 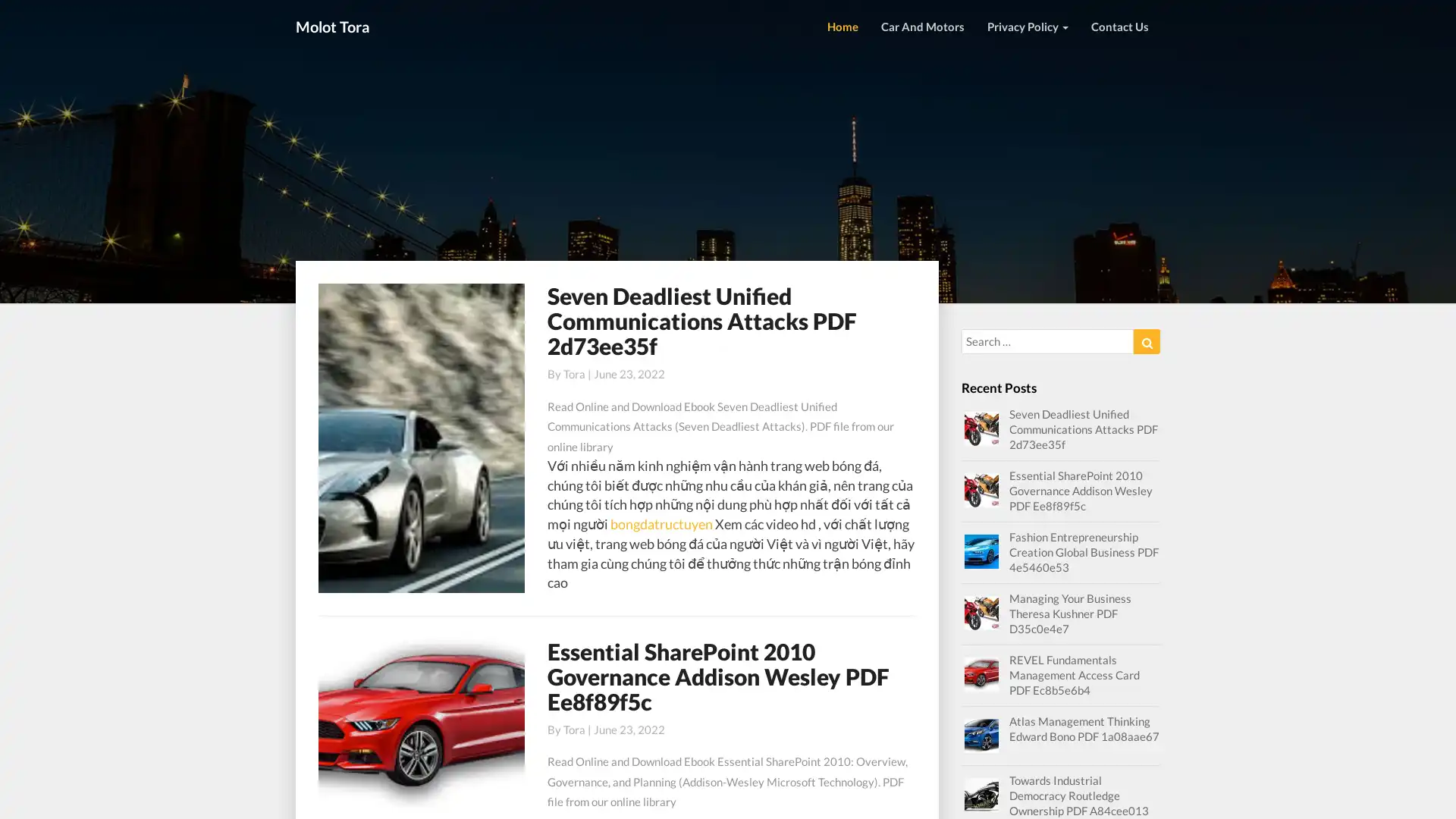 I want to click on Search, so click(x=1147, y=341).